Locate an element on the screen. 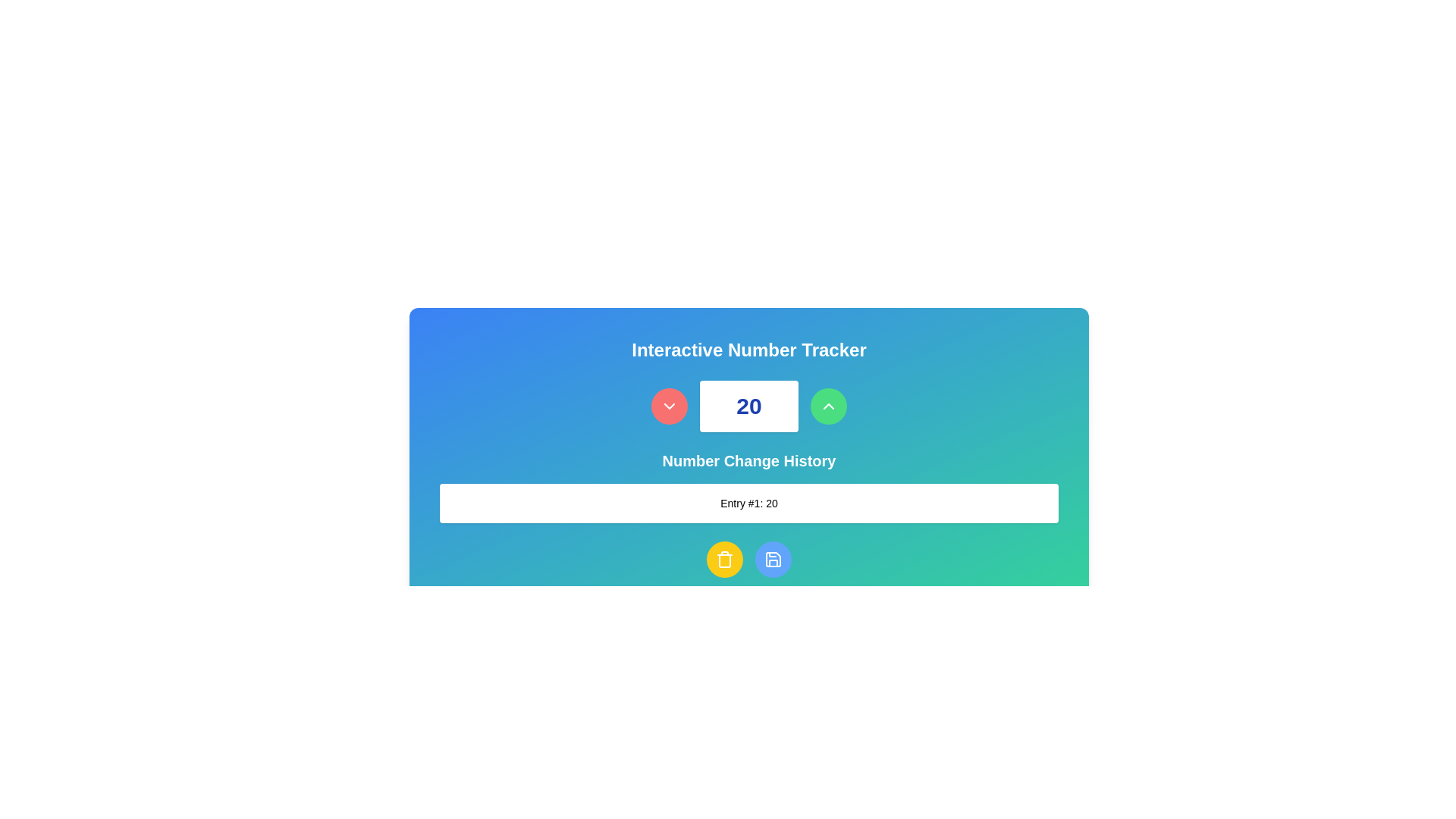 The image size is (1456, 819). the text label at the top-center of the card that serves as the title and provides context for tracking numbers is located at coordinates (749, 350).